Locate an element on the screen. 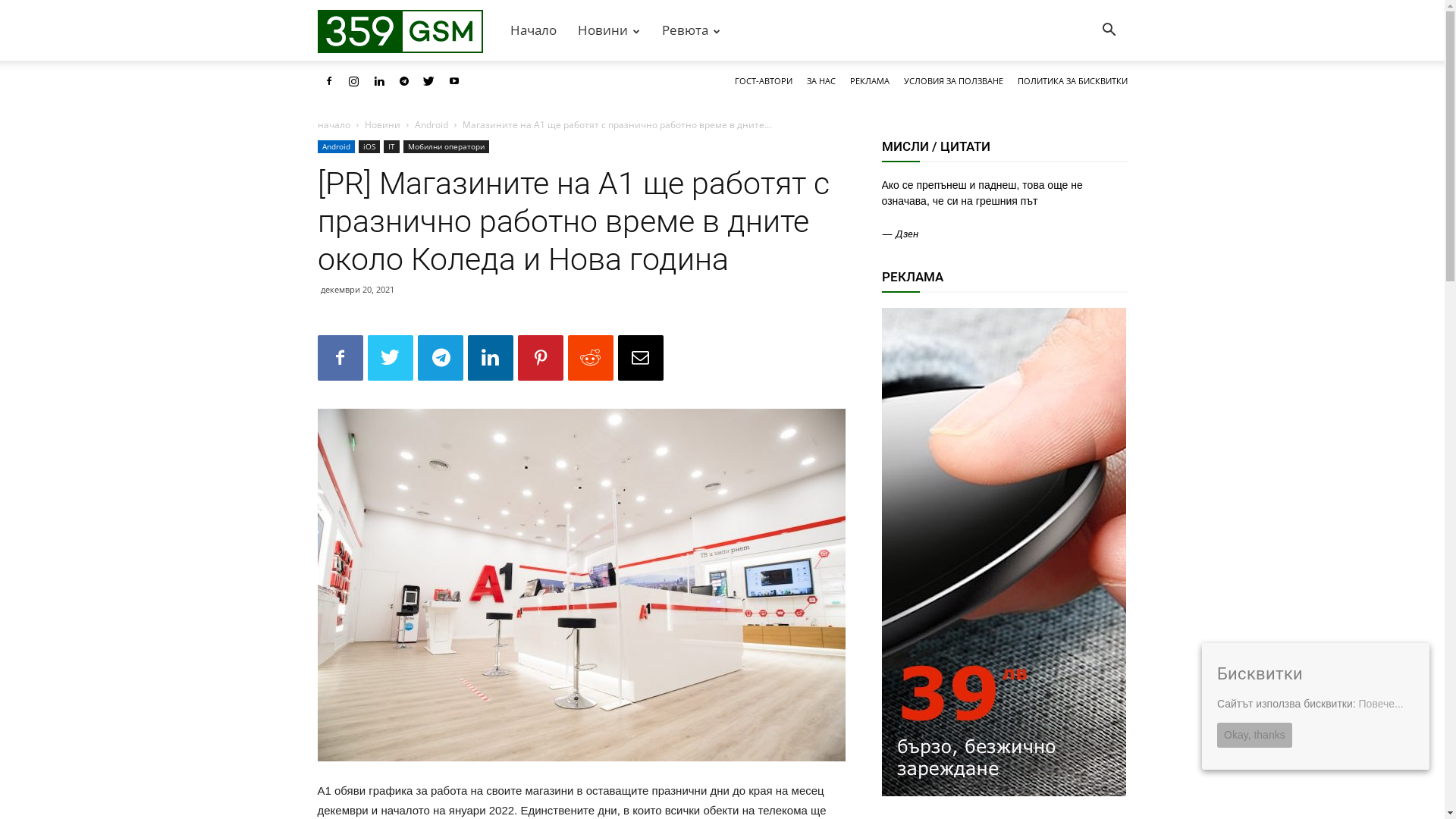  'Okay, thanks' is located at coordinates (1216, 734).